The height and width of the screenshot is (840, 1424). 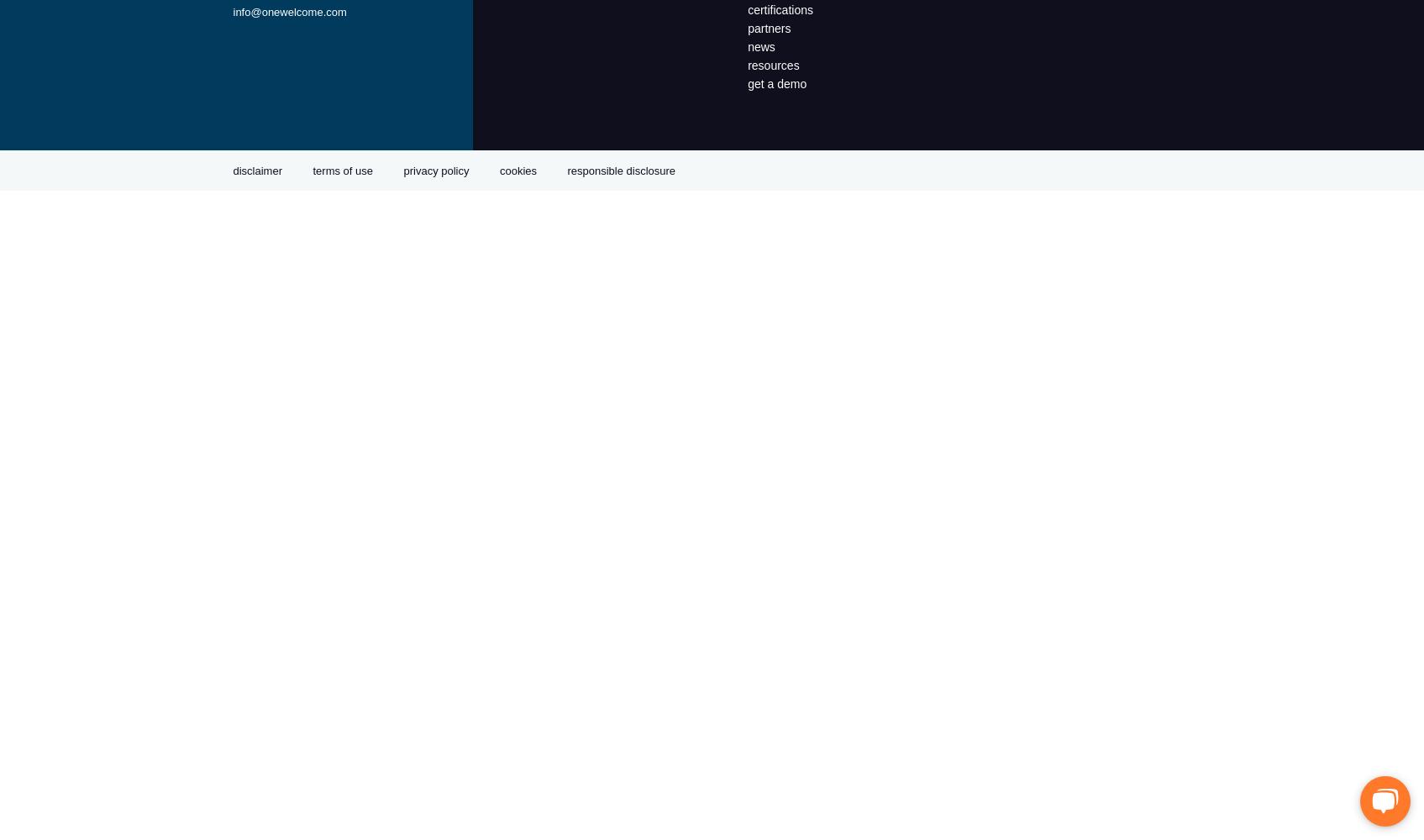 I want to click on 'terms of use', so click(x=342, y=170).